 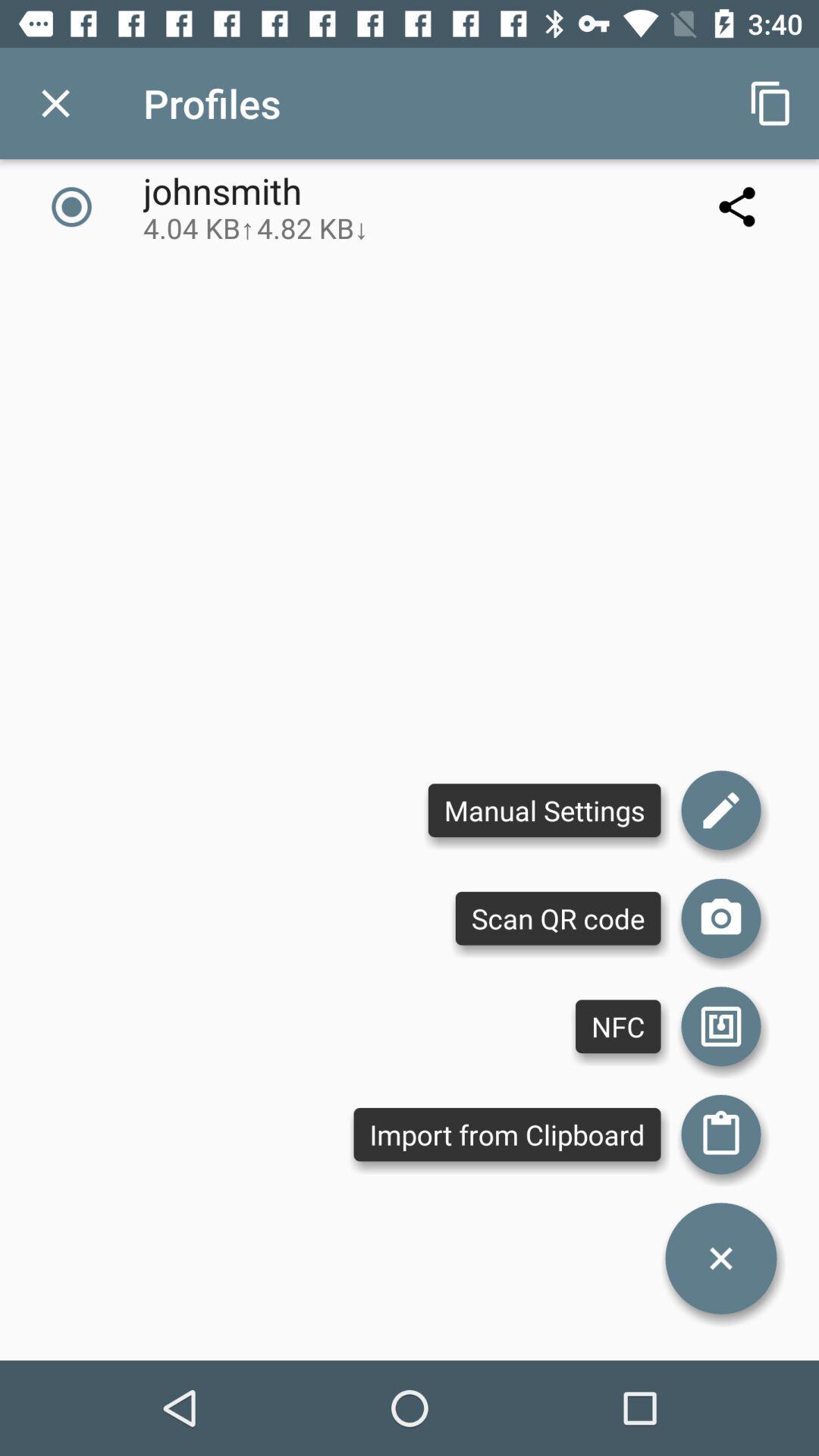 What do you see at coordinates (720, 1026) in the screenshot?
I see `scan nfc` at bounding box center [720, 1026].